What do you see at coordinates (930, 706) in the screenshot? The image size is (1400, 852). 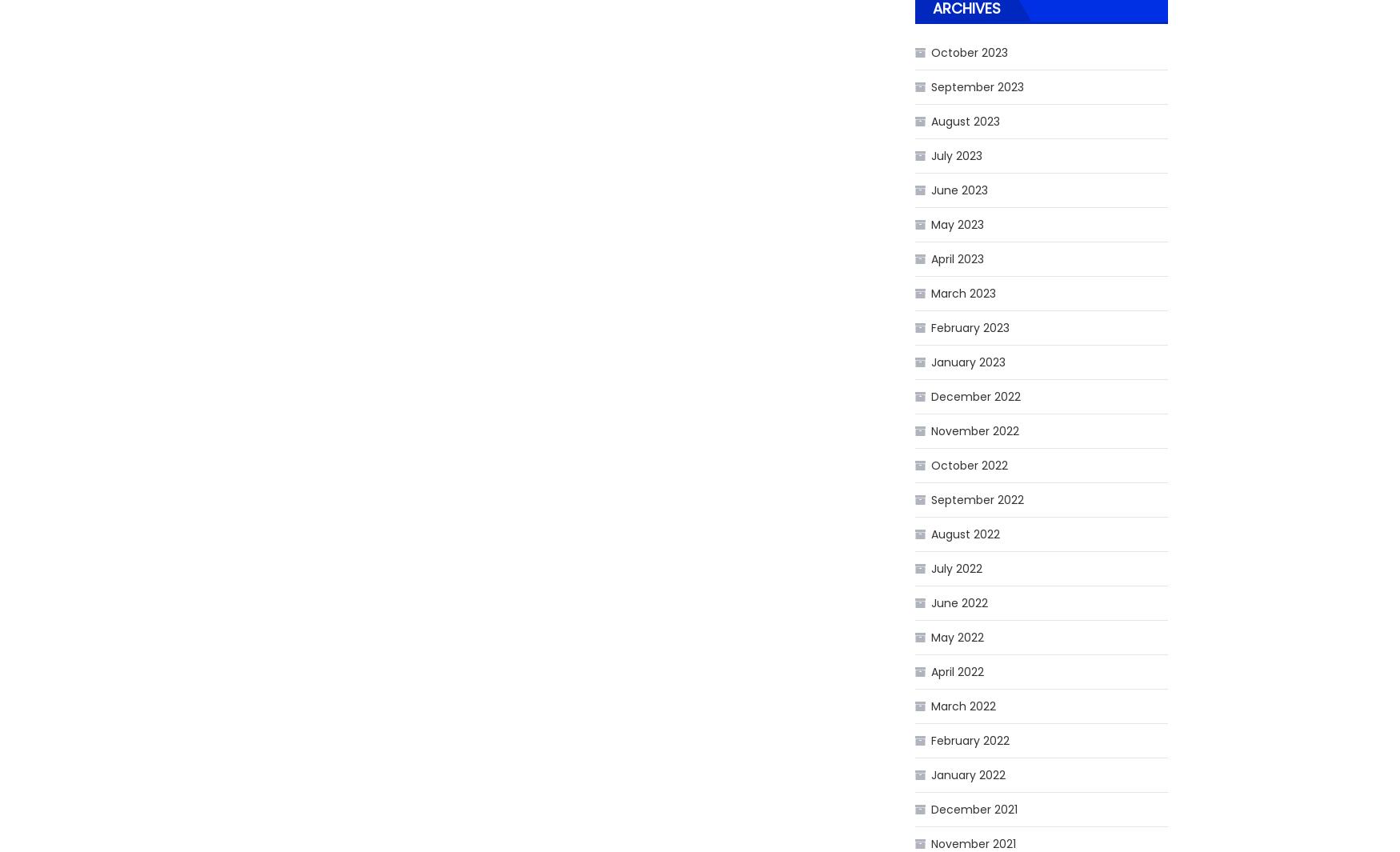 I see `'March 2022'` at bounding box center [930, 706].